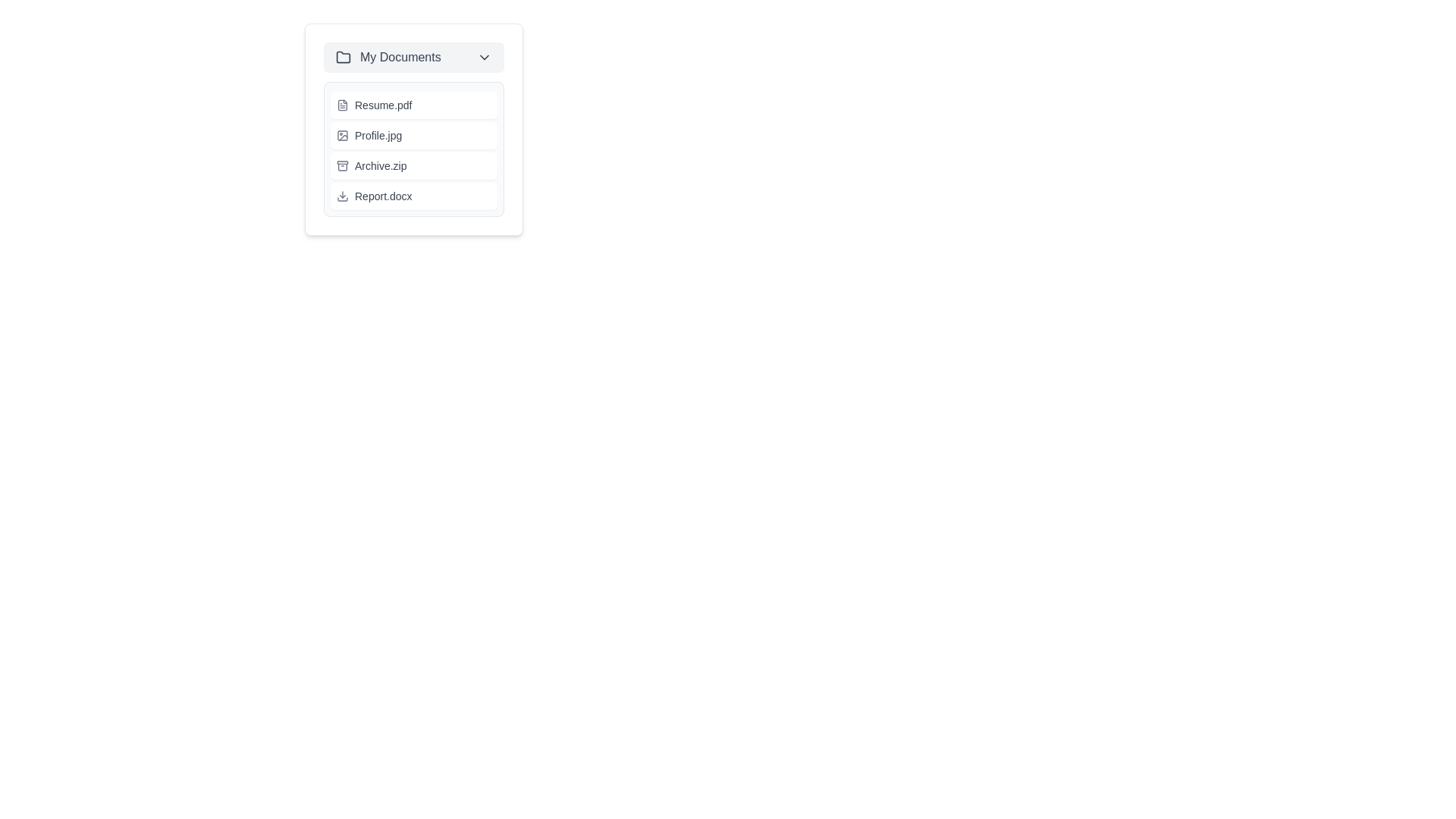 This screenshot has width=1456, height=819. I want to click on the text label representing the document named 'Resume.pdf', so click(383, 104).